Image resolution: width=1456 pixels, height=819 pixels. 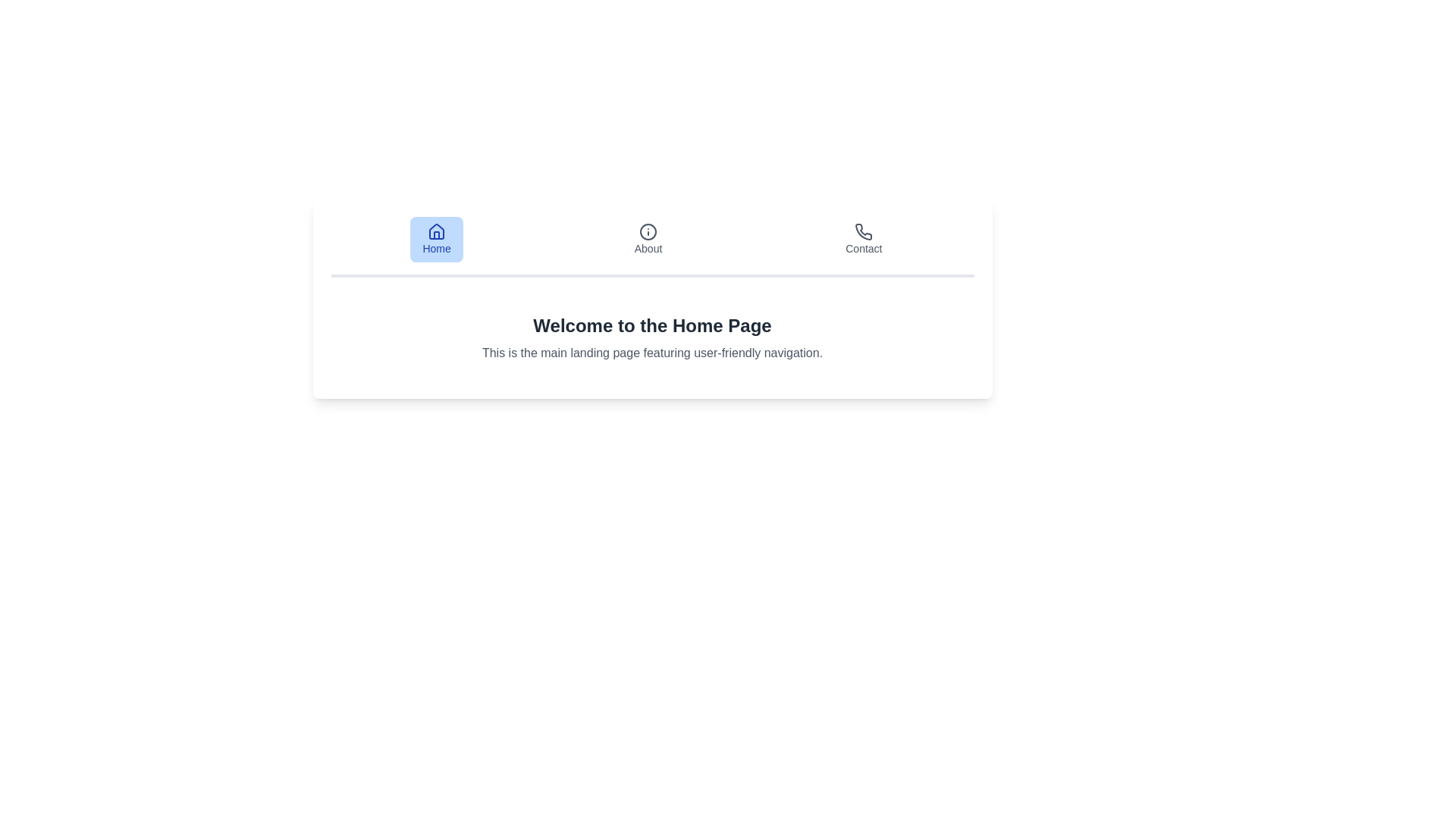 I want to click on the icon associated with the About tab, so click(x=648, y=231).